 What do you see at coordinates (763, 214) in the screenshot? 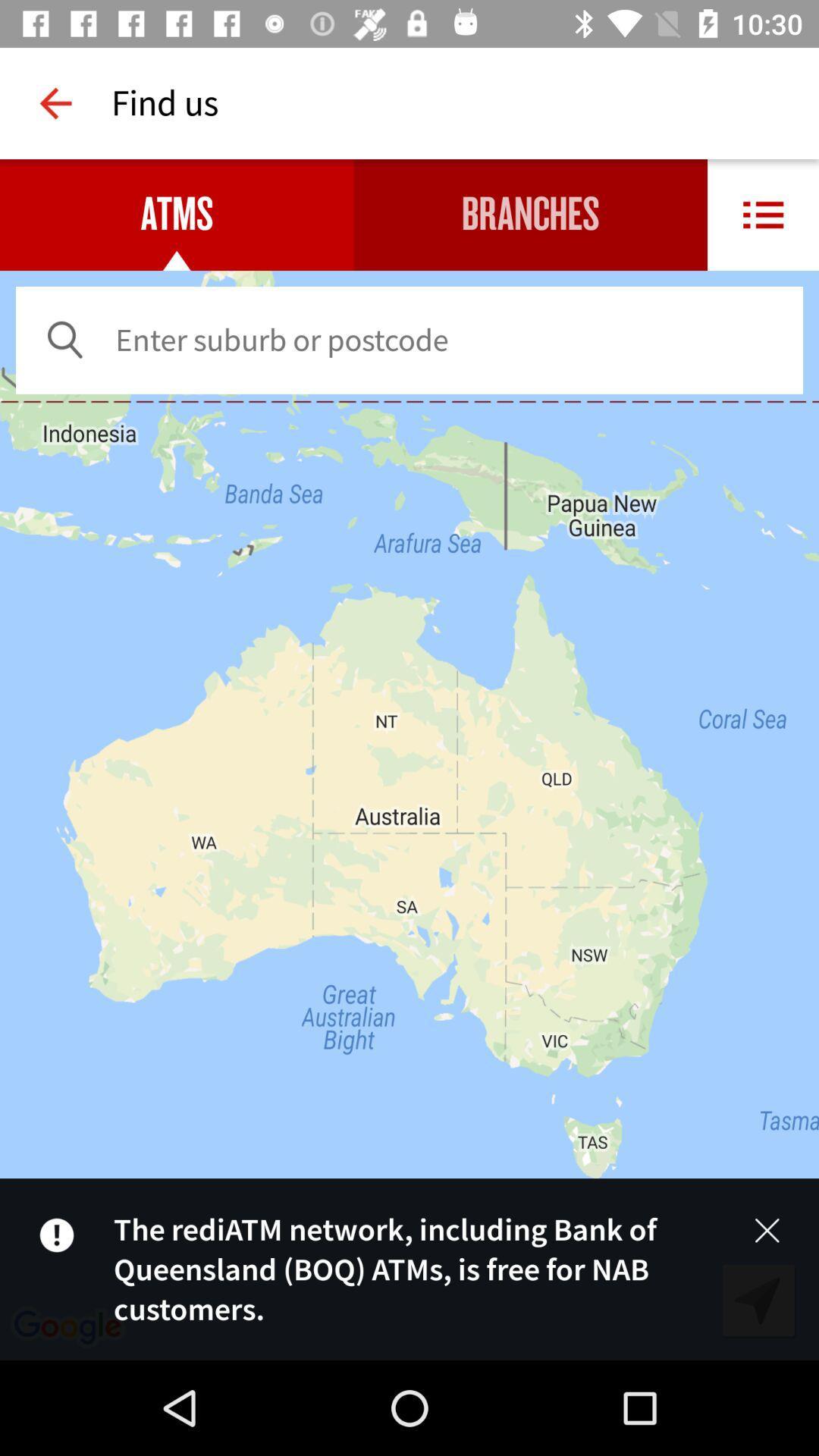
I see `the list icon` at bounding box center [763, 214].